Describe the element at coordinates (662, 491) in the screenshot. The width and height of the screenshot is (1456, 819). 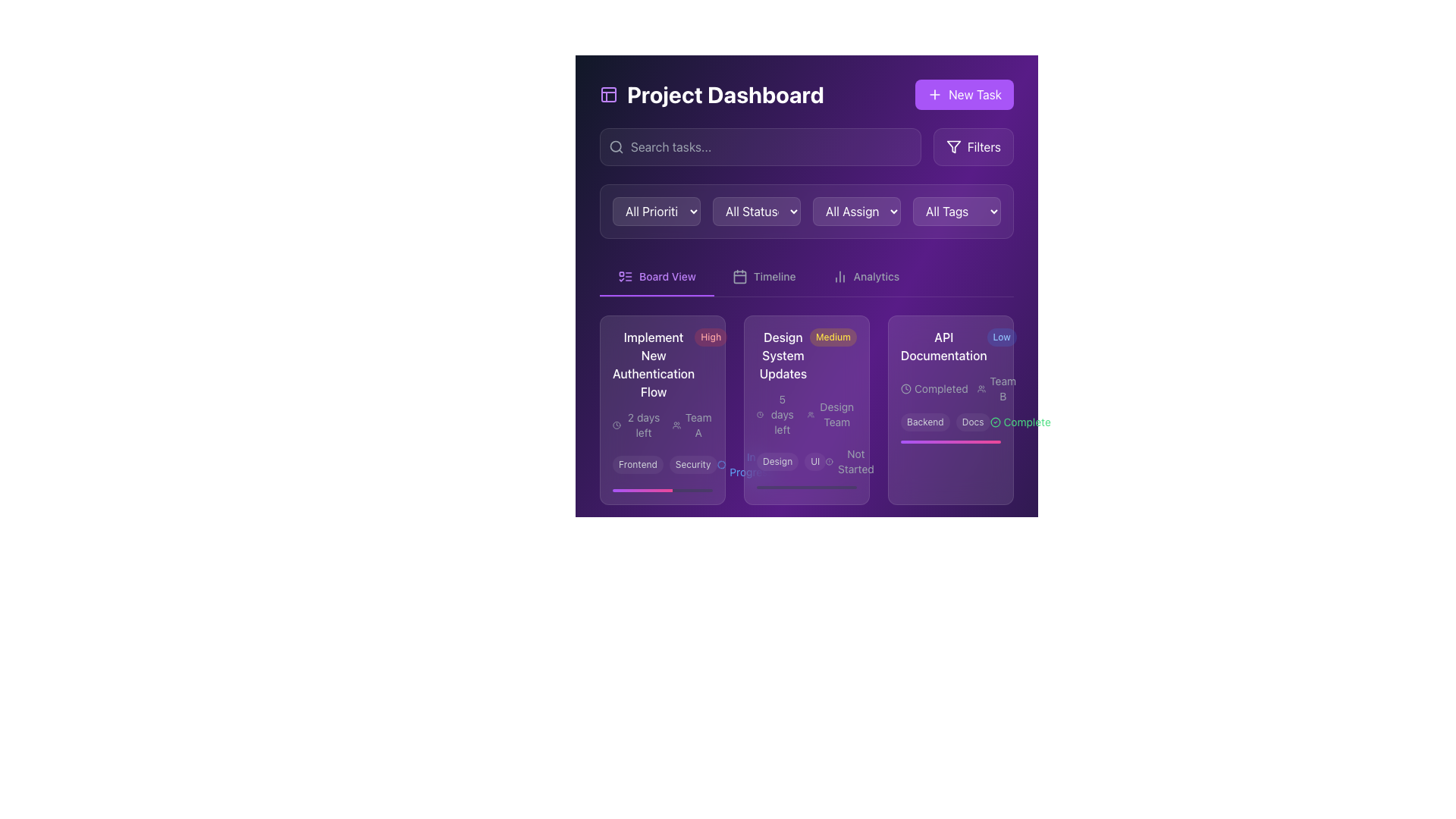
I see `the progress bar located in the lower part of the 'Implement New Authentication Flow' card on the Project Dashboard` at that location.